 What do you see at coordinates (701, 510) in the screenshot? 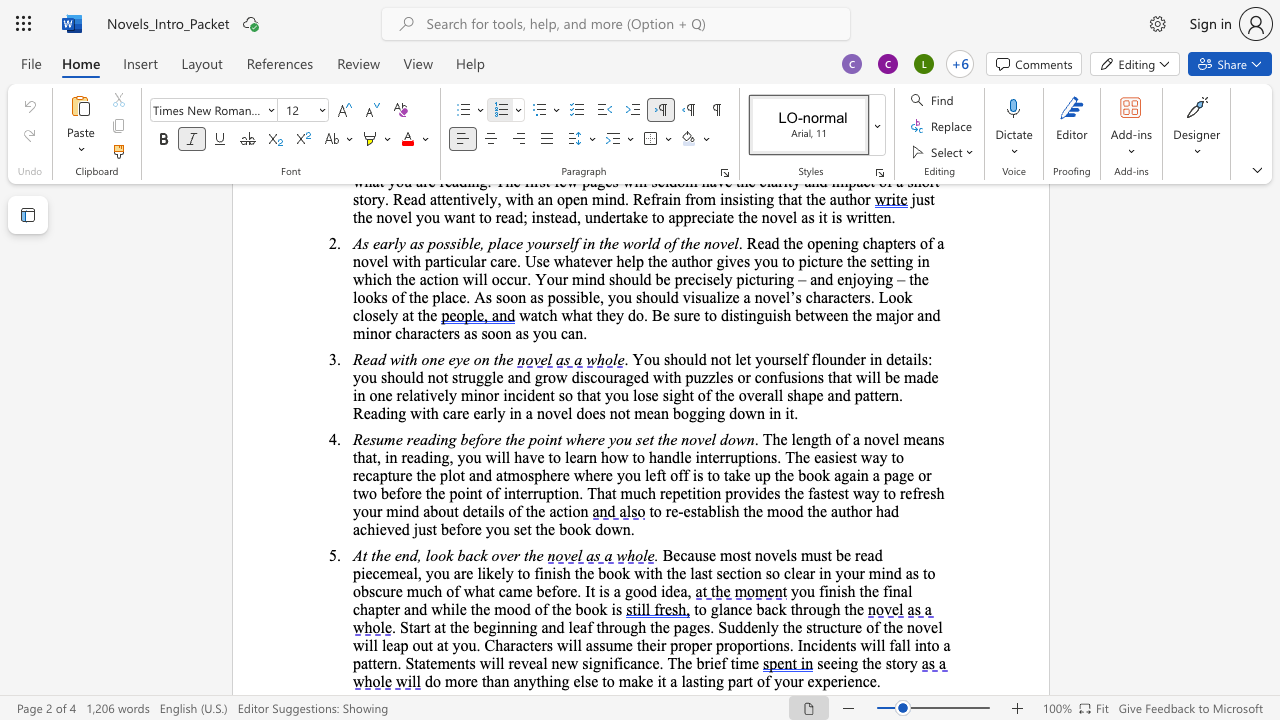
I see `the space between the continuous character "t" and "a" in the text` at bounding box center [701, 510].